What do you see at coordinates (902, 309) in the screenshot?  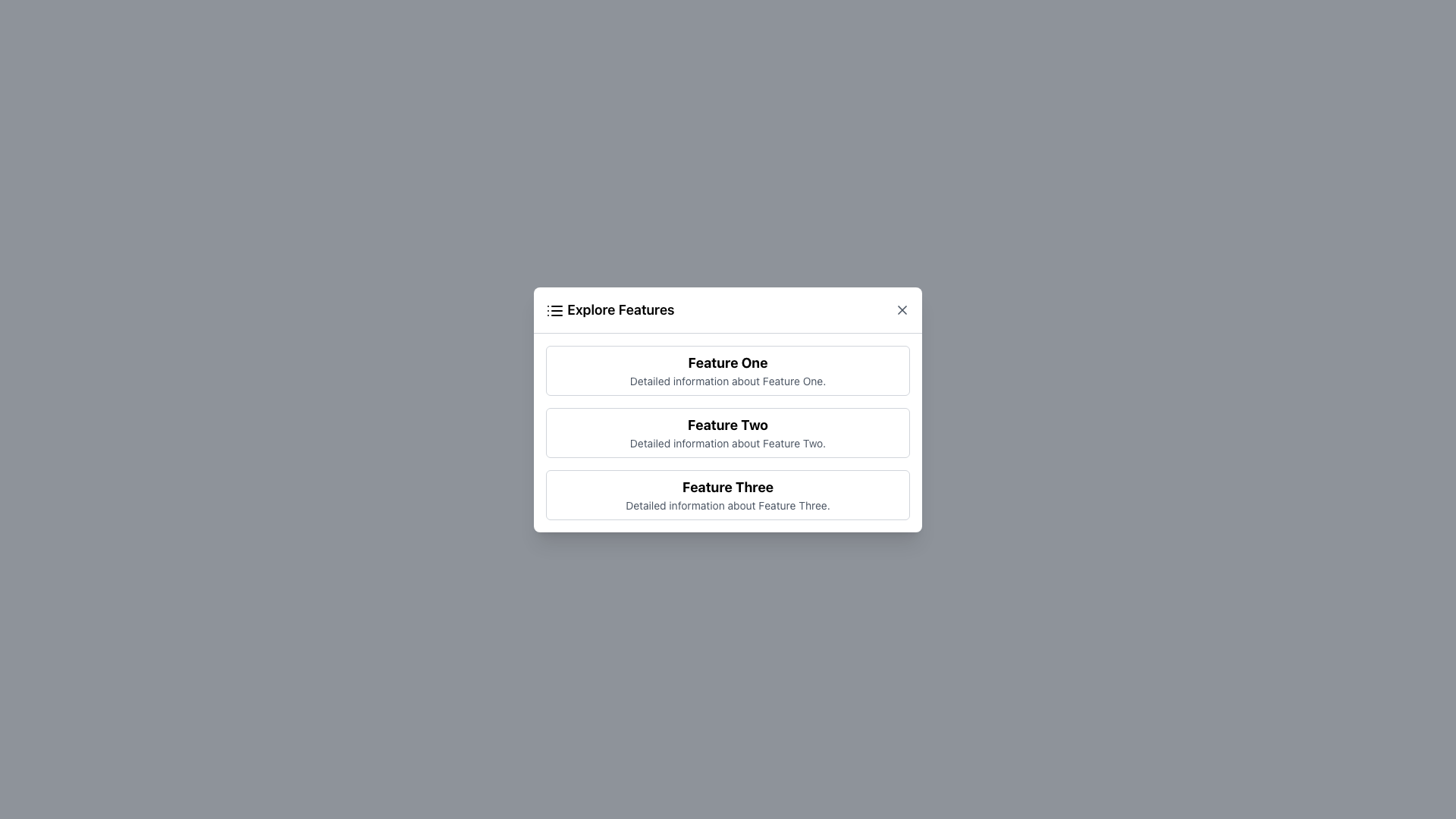 I see `the close button located in the top-right corner of the header section` at bounding box center [902, 309].